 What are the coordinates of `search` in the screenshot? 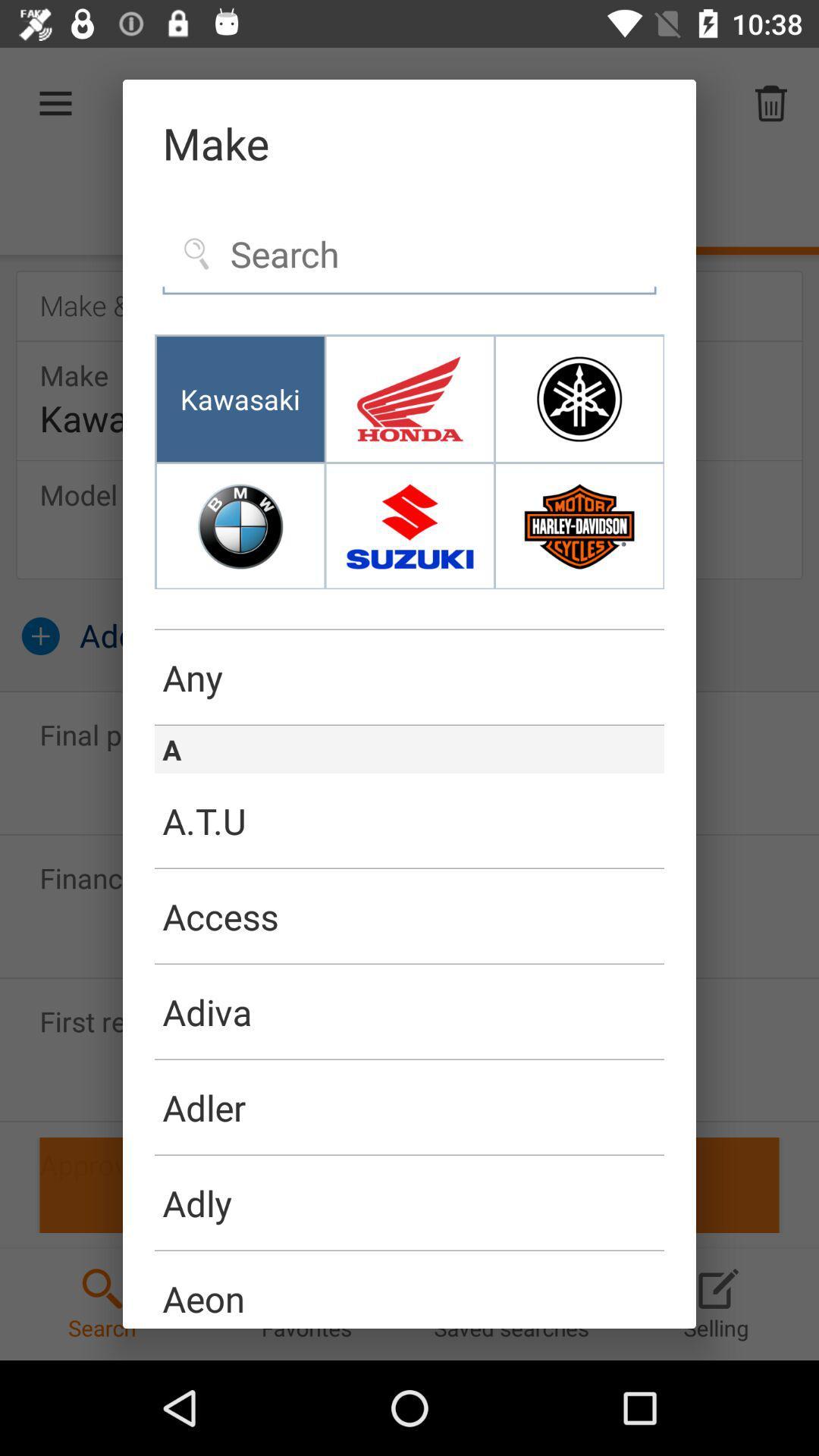 It's located at (409, 255).